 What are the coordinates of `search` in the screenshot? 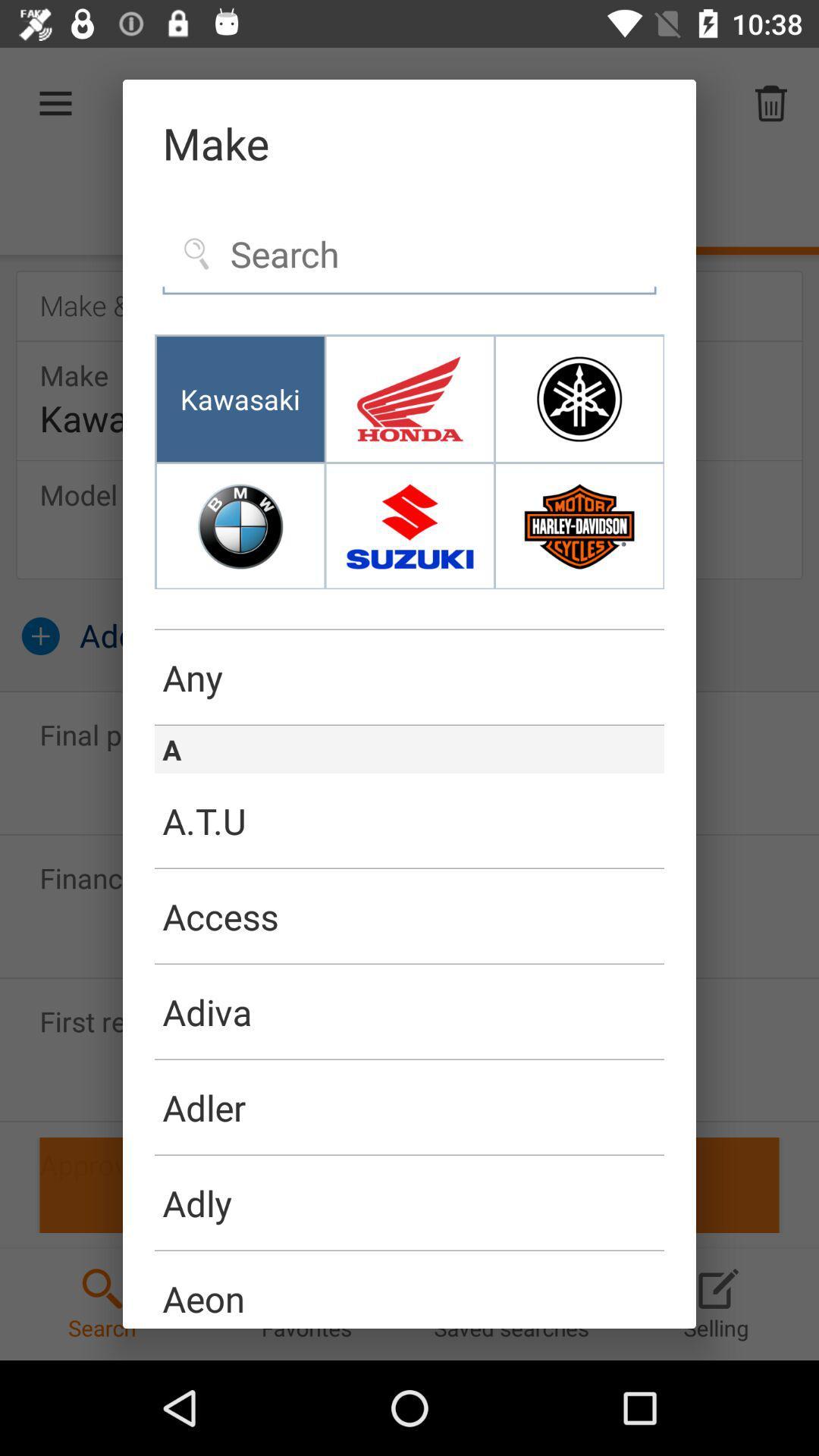 It's located at (409, 255).